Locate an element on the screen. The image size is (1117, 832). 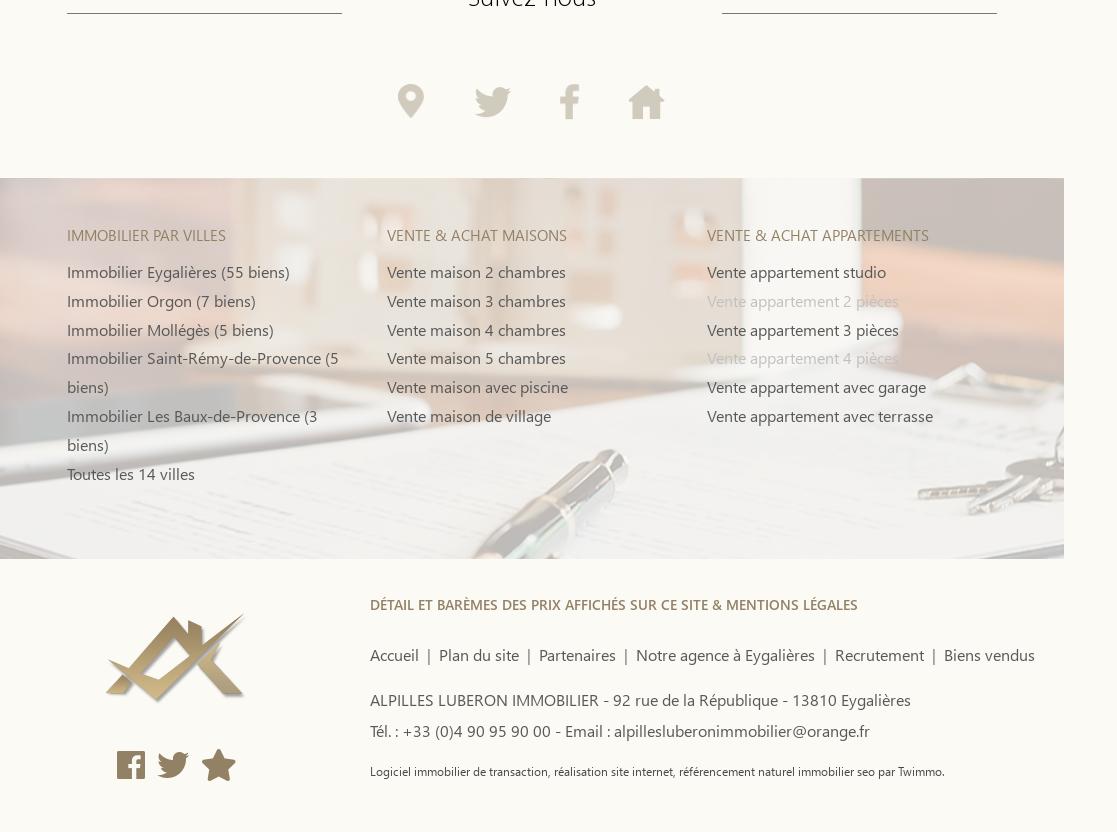
'Vente appartement 4 pièces' is located at coordinates (802, 357).